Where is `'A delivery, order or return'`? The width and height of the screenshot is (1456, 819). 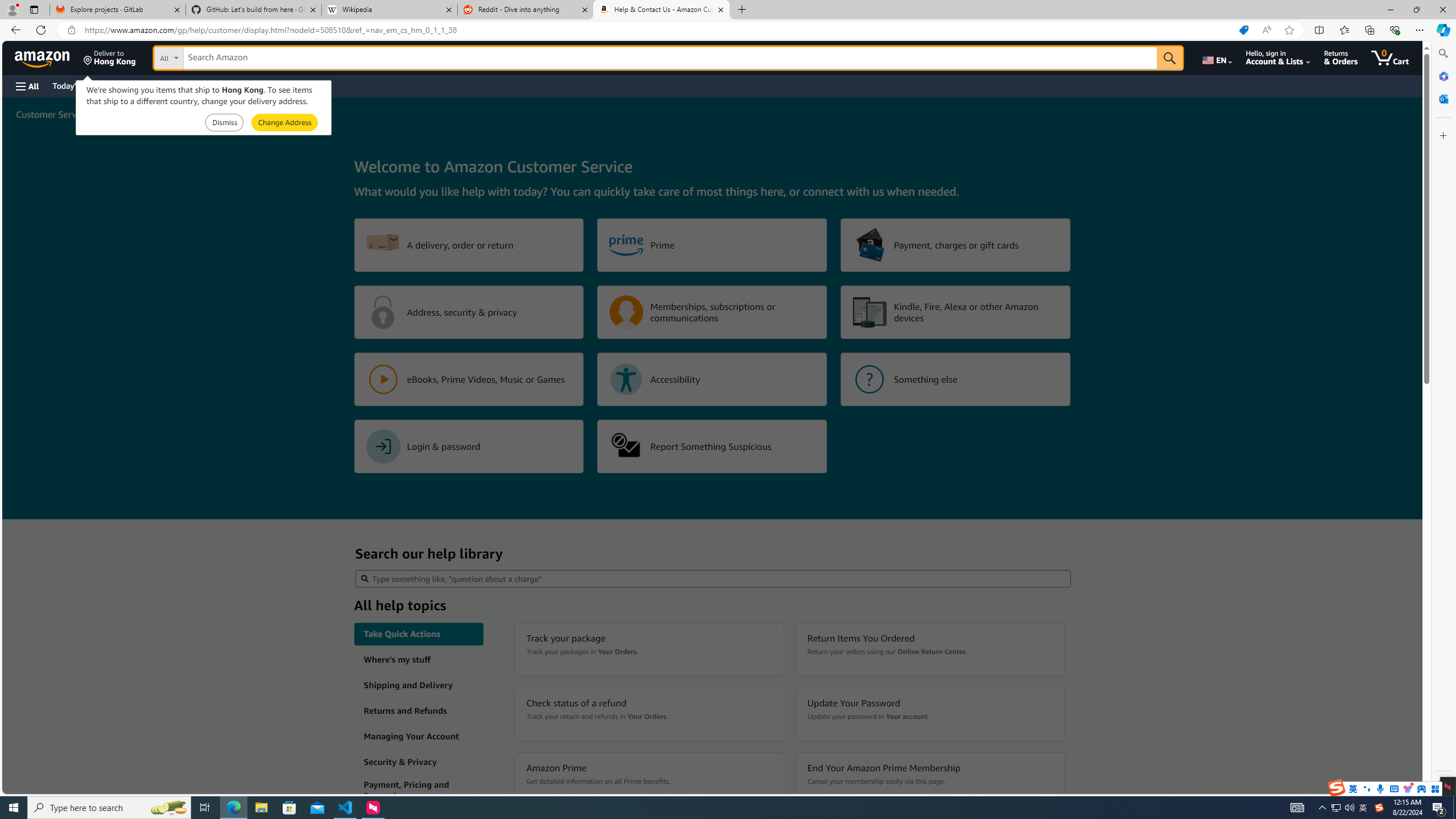
'A delivery, order or return' is located at coordinates (468, 245).